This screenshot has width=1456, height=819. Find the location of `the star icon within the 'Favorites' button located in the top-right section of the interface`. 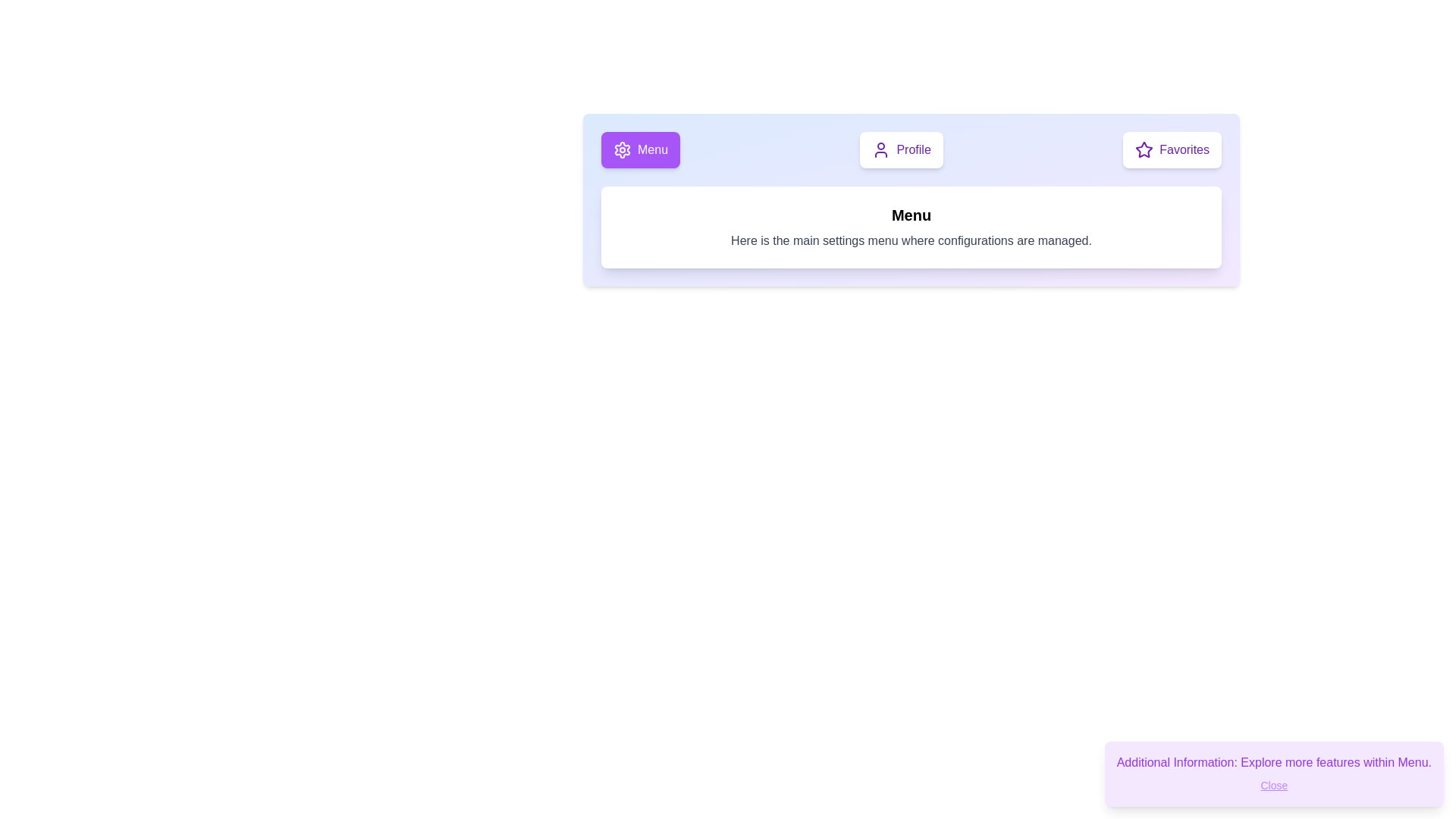

the star icon within the 'Favorites' button located in the top-right section of the interface is located at coordinates (1144, 149).